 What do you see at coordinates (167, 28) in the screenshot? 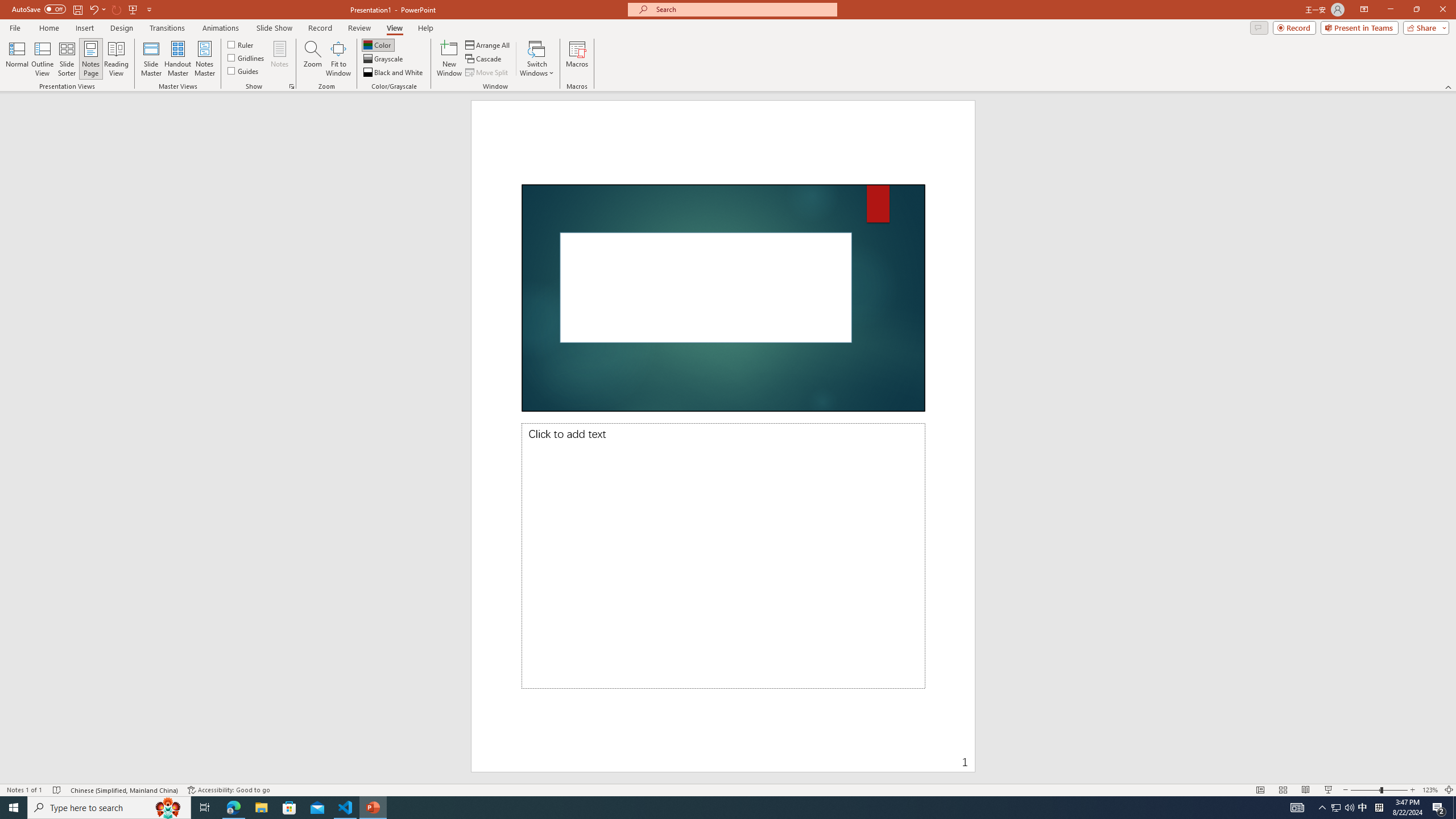
I see `'Transitions'` at bounding box center [167, 28].